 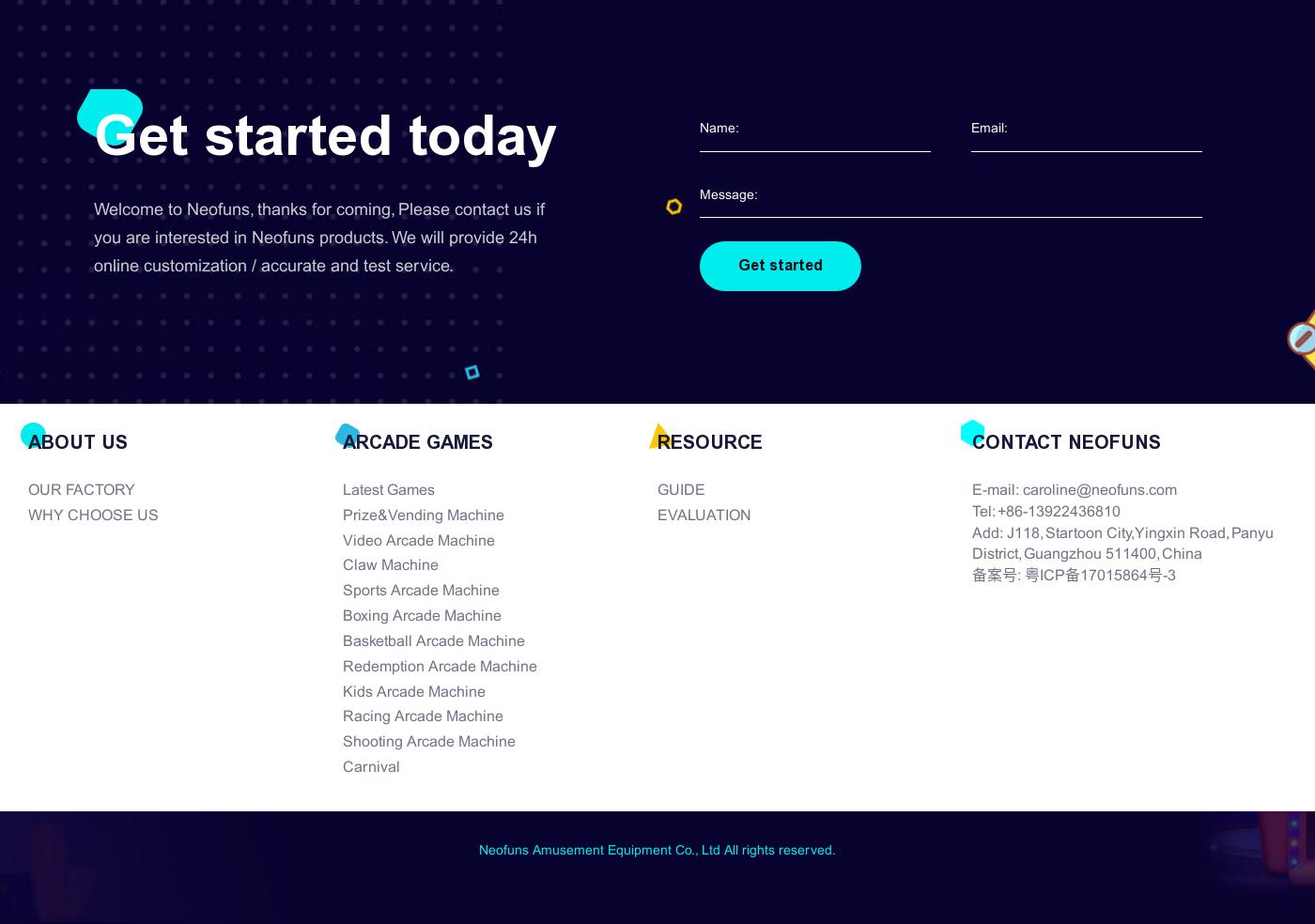 I want to click on 'Redemption Arcade Machine', so click(x=342, y=666).